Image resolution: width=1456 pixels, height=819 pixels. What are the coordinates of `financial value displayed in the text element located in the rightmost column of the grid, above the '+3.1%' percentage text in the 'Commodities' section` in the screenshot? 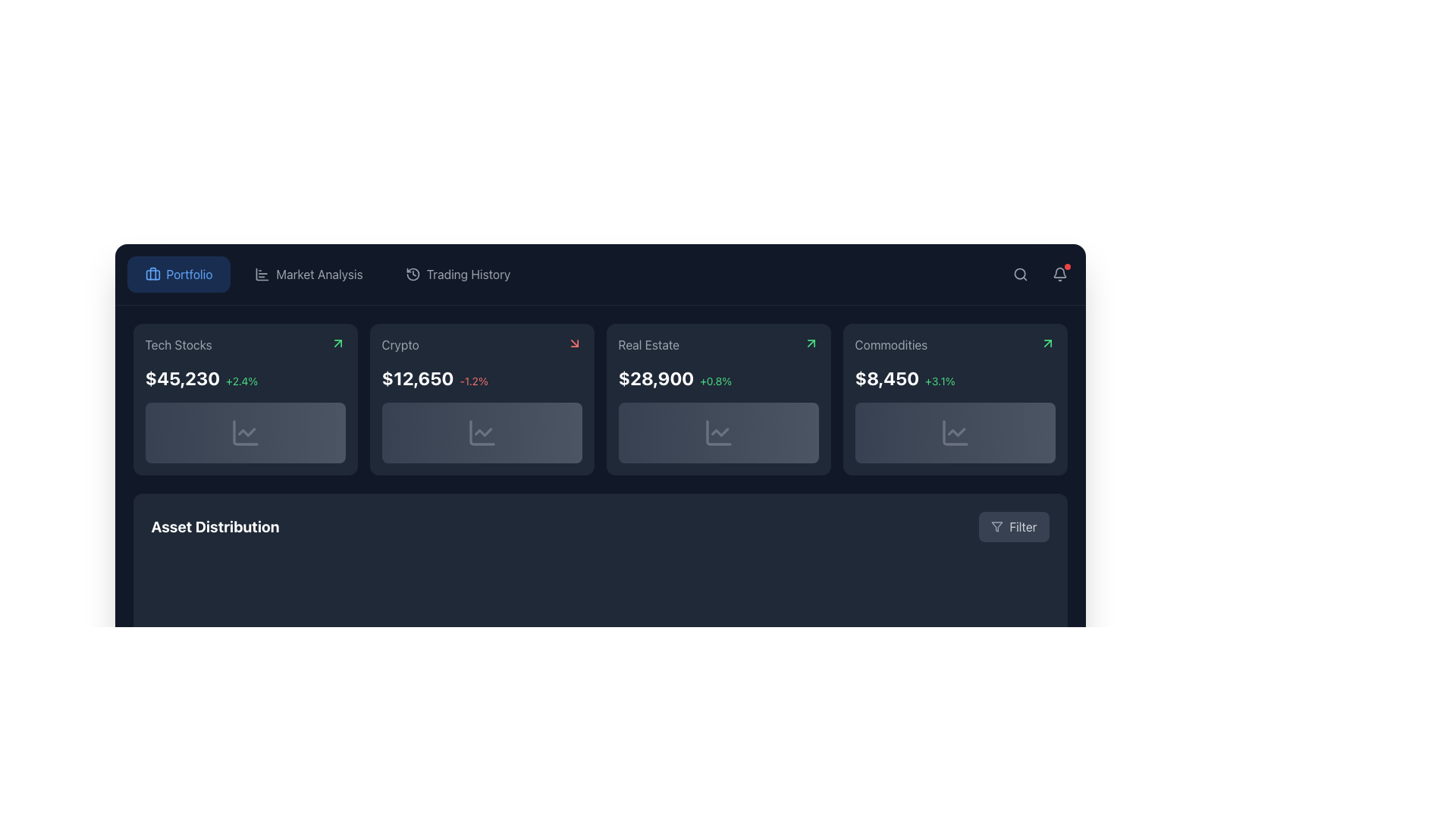 It's located at (886, 377).